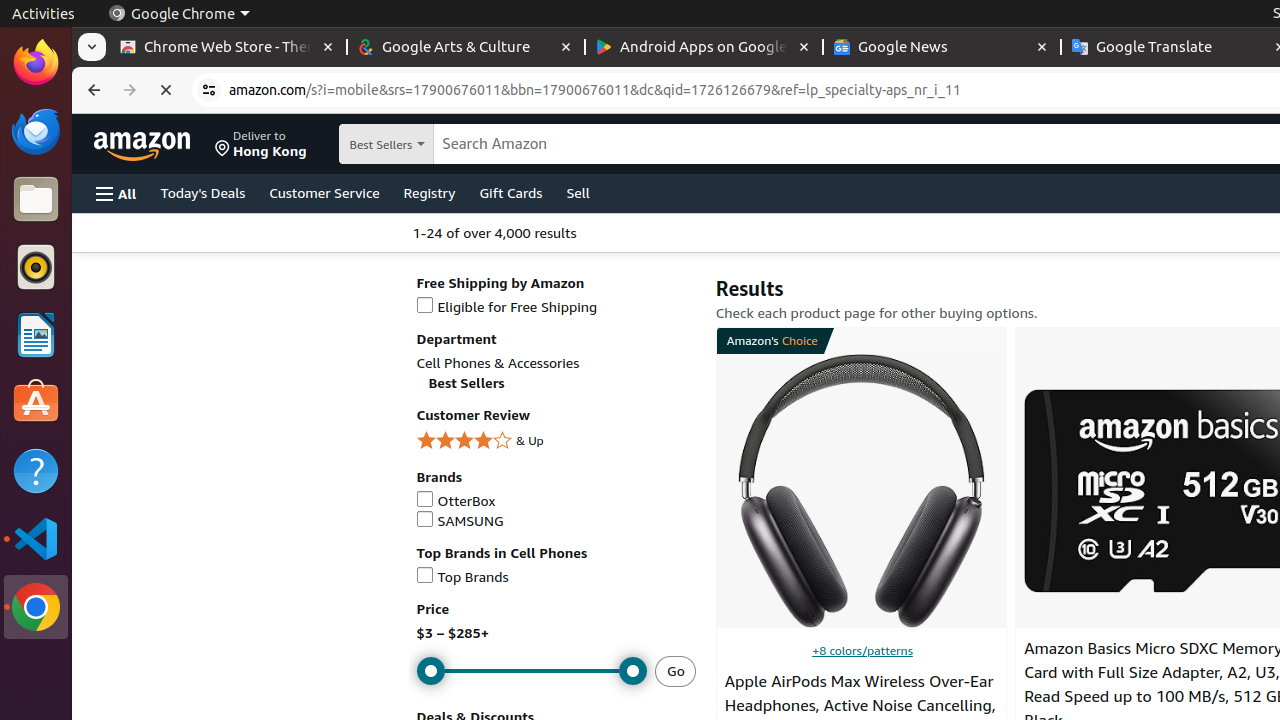 This screenshot has height=720, width=1280. What do you see at coordinates (35, 403) in the screenshot?
I see `'Ubuntu Software'` at bounding box center [35, 403].